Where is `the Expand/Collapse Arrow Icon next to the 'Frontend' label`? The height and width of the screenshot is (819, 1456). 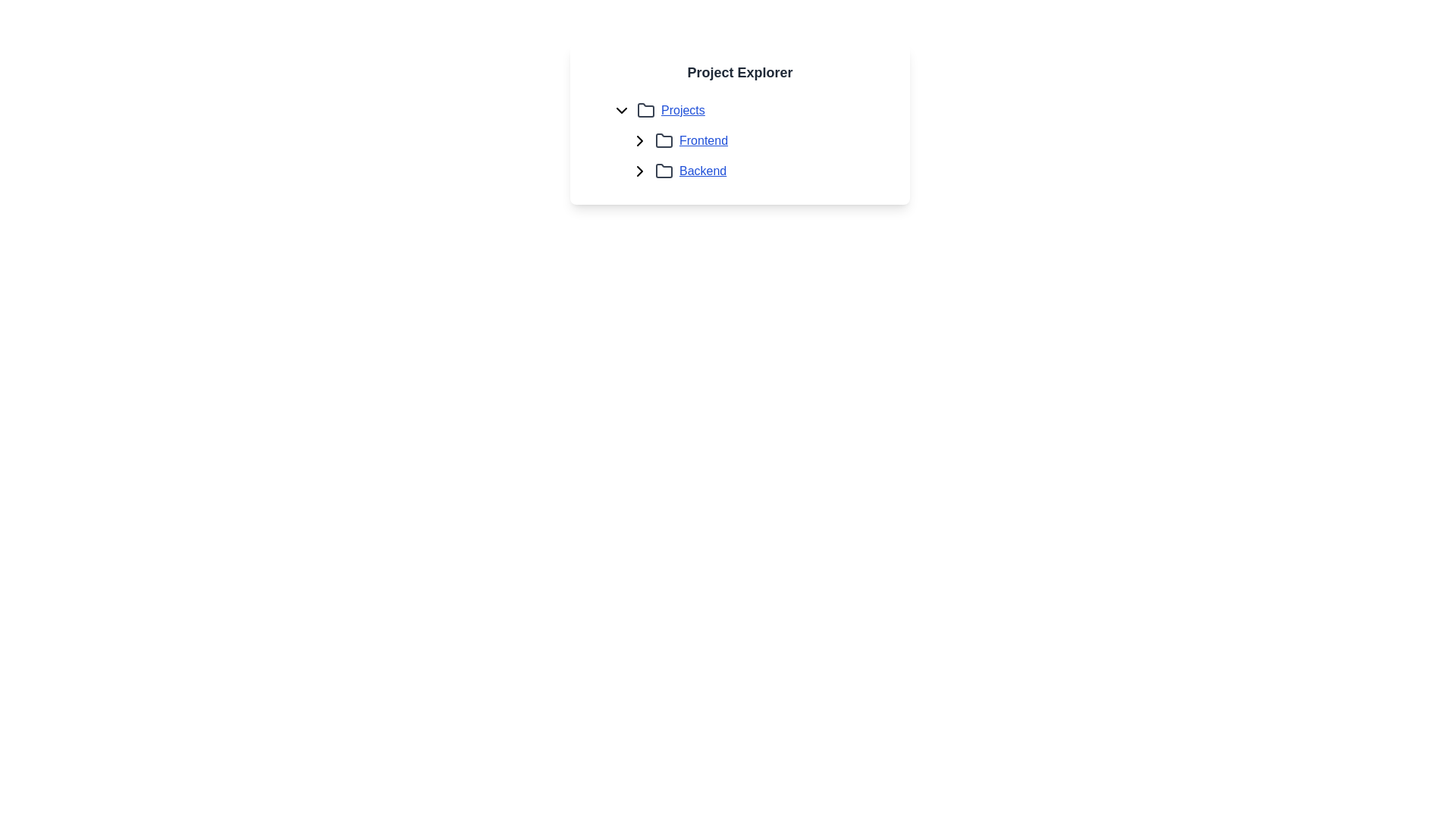
the Expand/Collapse Arrow Icon next to the 'Frontend' label is located at coordinates (640, 171).